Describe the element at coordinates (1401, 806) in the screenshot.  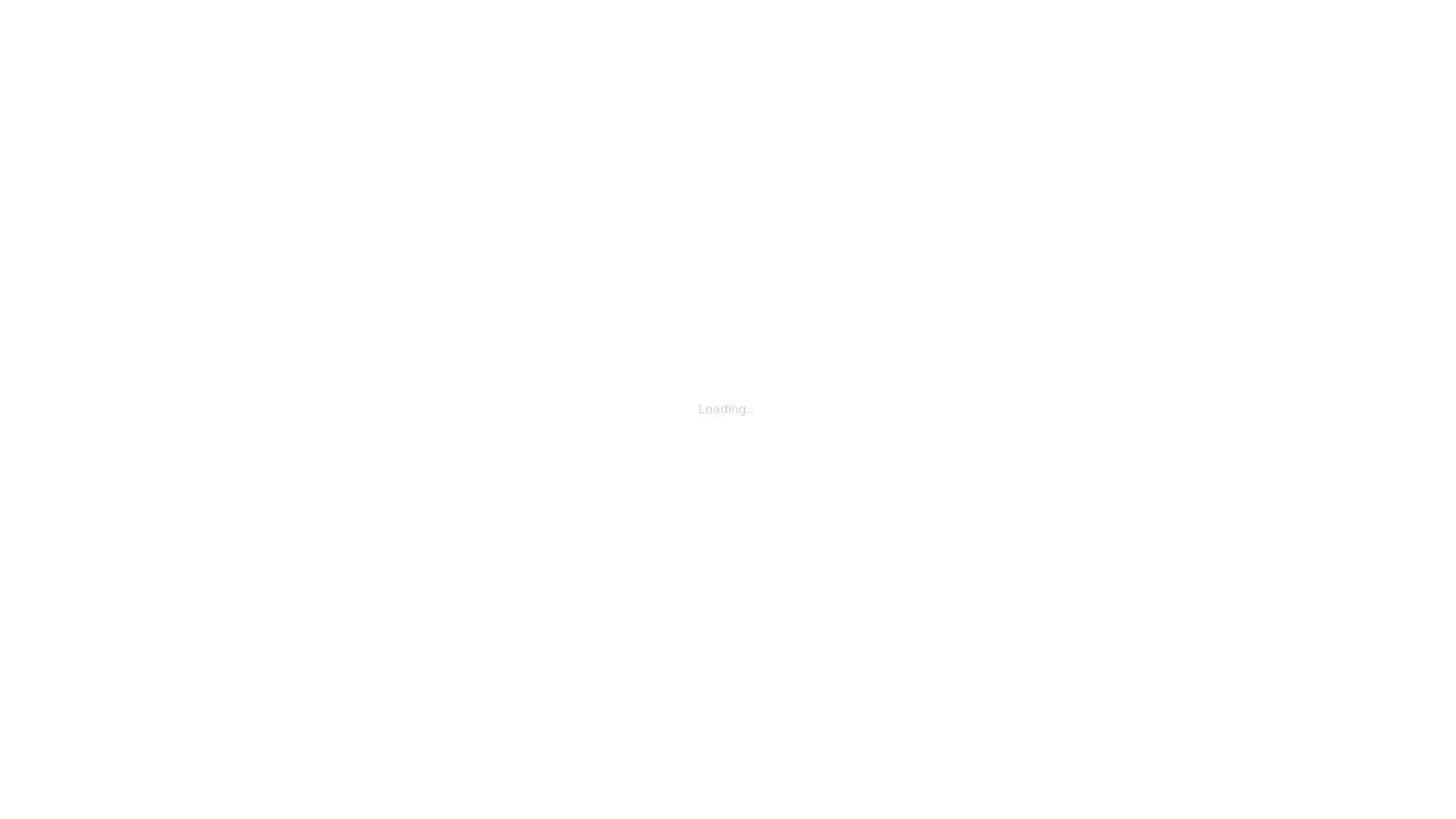
I see `Shareable Code` at that location.